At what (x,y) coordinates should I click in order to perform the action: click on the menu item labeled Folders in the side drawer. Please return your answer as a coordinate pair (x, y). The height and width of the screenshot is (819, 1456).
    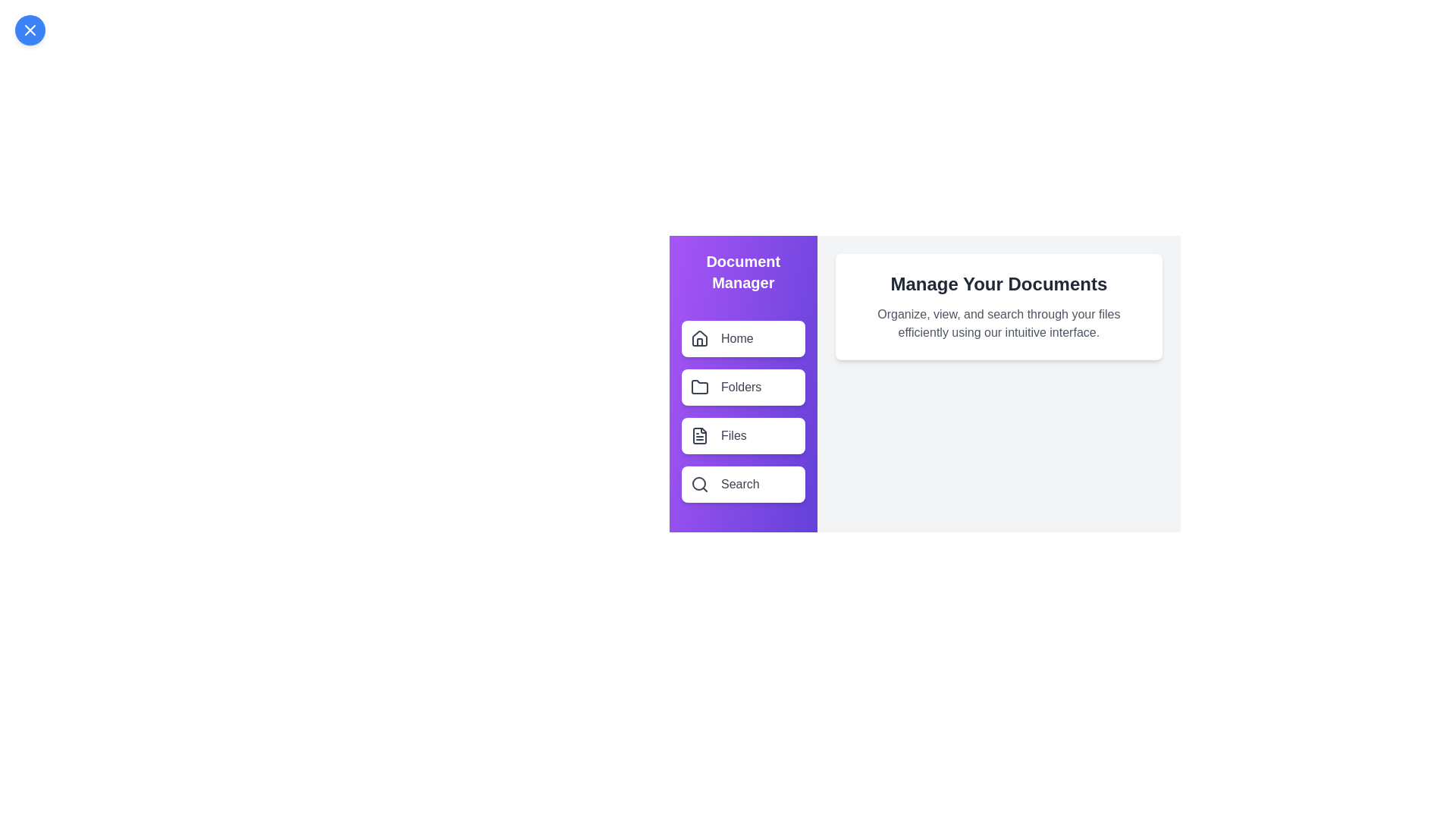
    Looking at the image, I should click on (742, 386).